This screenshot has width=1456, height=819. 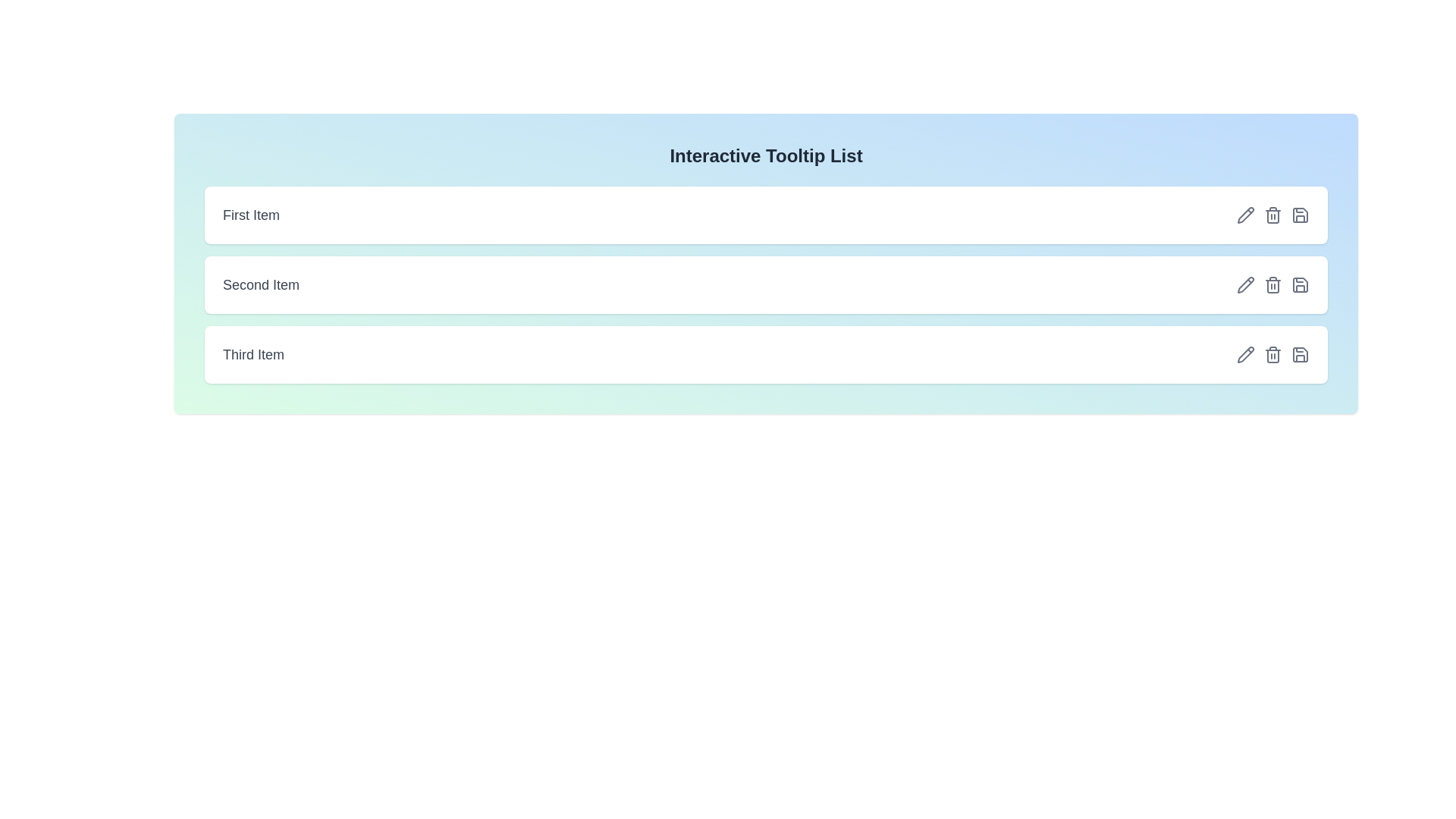 What do you see at coordinates (1299, 284) in the screenshot?
I see `the floppy disk icon button located on the right side of the second row in the list` at bounding box center [1299, 284].